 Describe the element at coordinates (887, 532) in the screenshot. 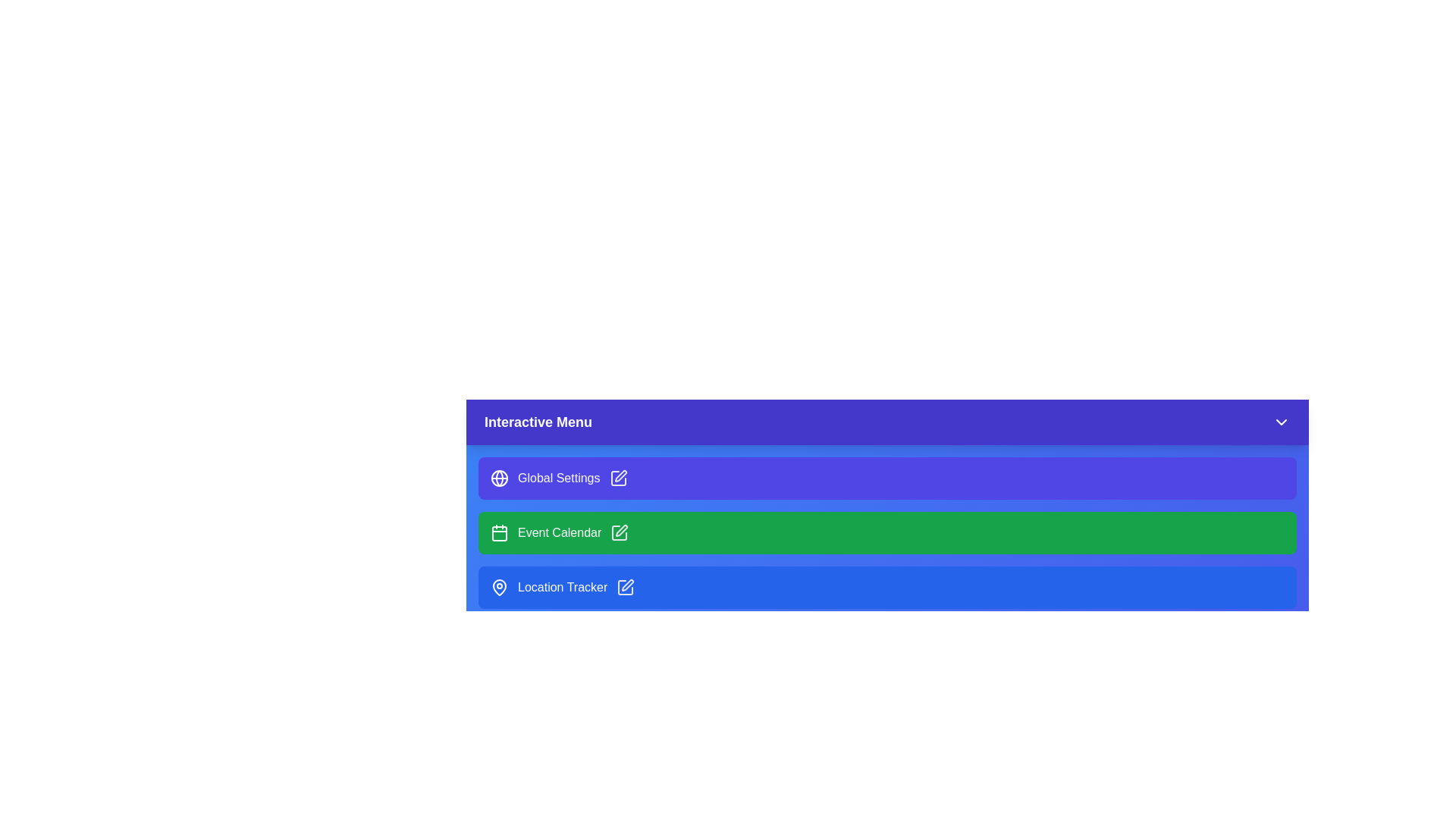

I see `the menu item Event Calendar from the interactive menu` at that location.